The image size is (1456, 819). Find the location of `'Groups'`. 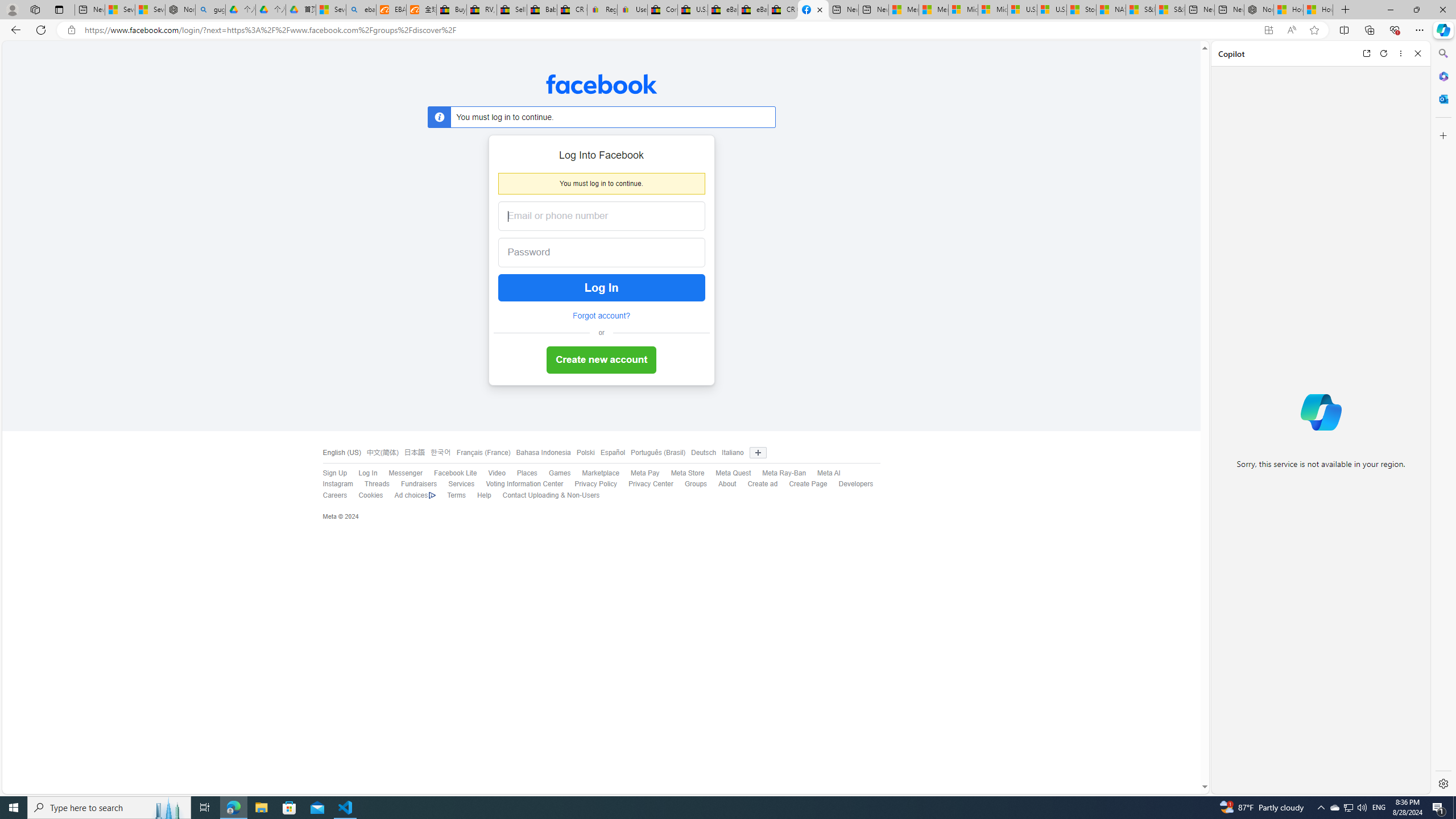

'Groups' is located at coordinates (689, 484).